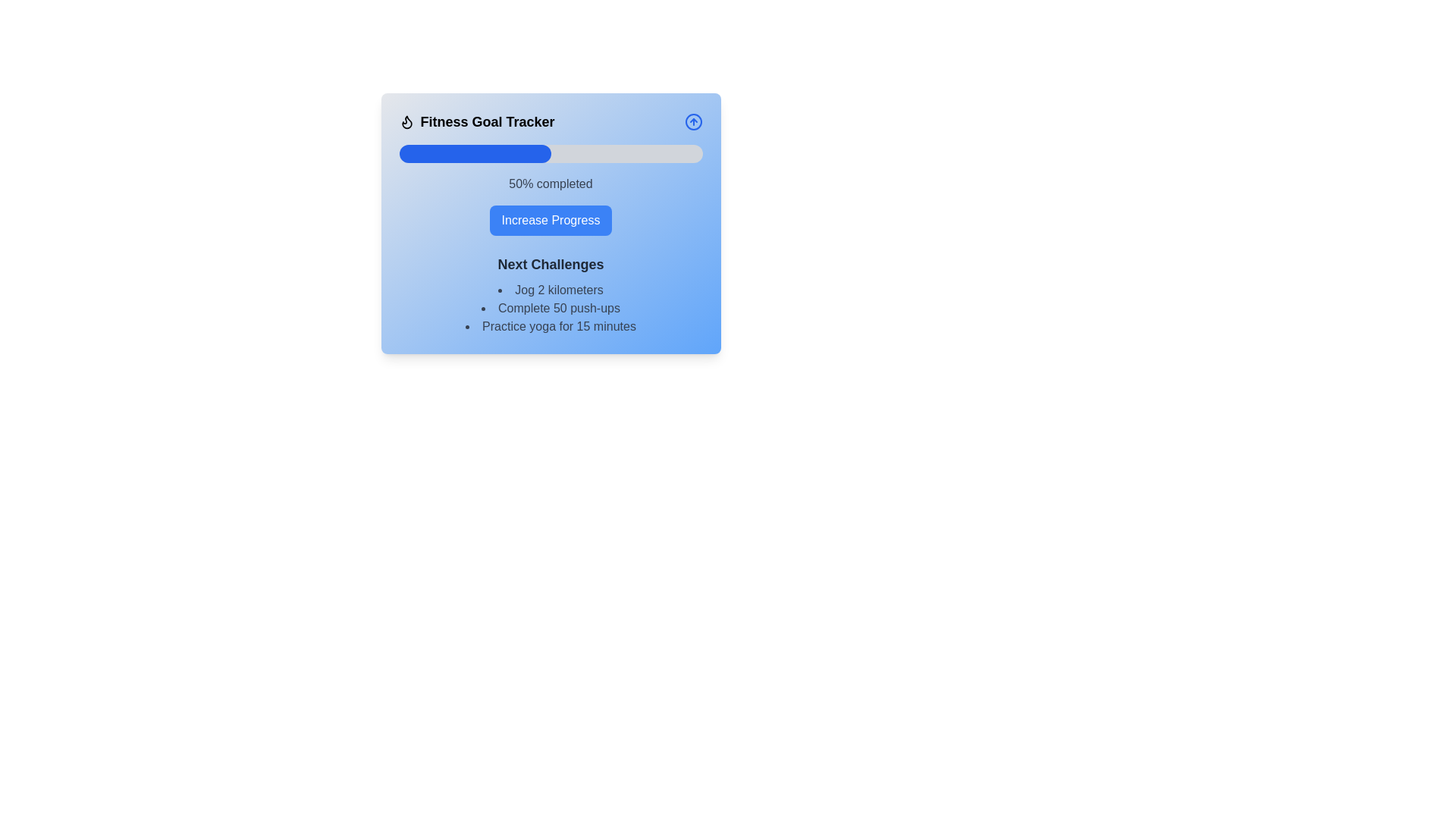 The width and height of the screenshot is (1456, 819). What do you see at coordinates (406, 121) in the screenshot?
I see `the flame icon located to the left of the 'Fitness Goal Tracker' title in the header section` at bounding box center [406, 121].